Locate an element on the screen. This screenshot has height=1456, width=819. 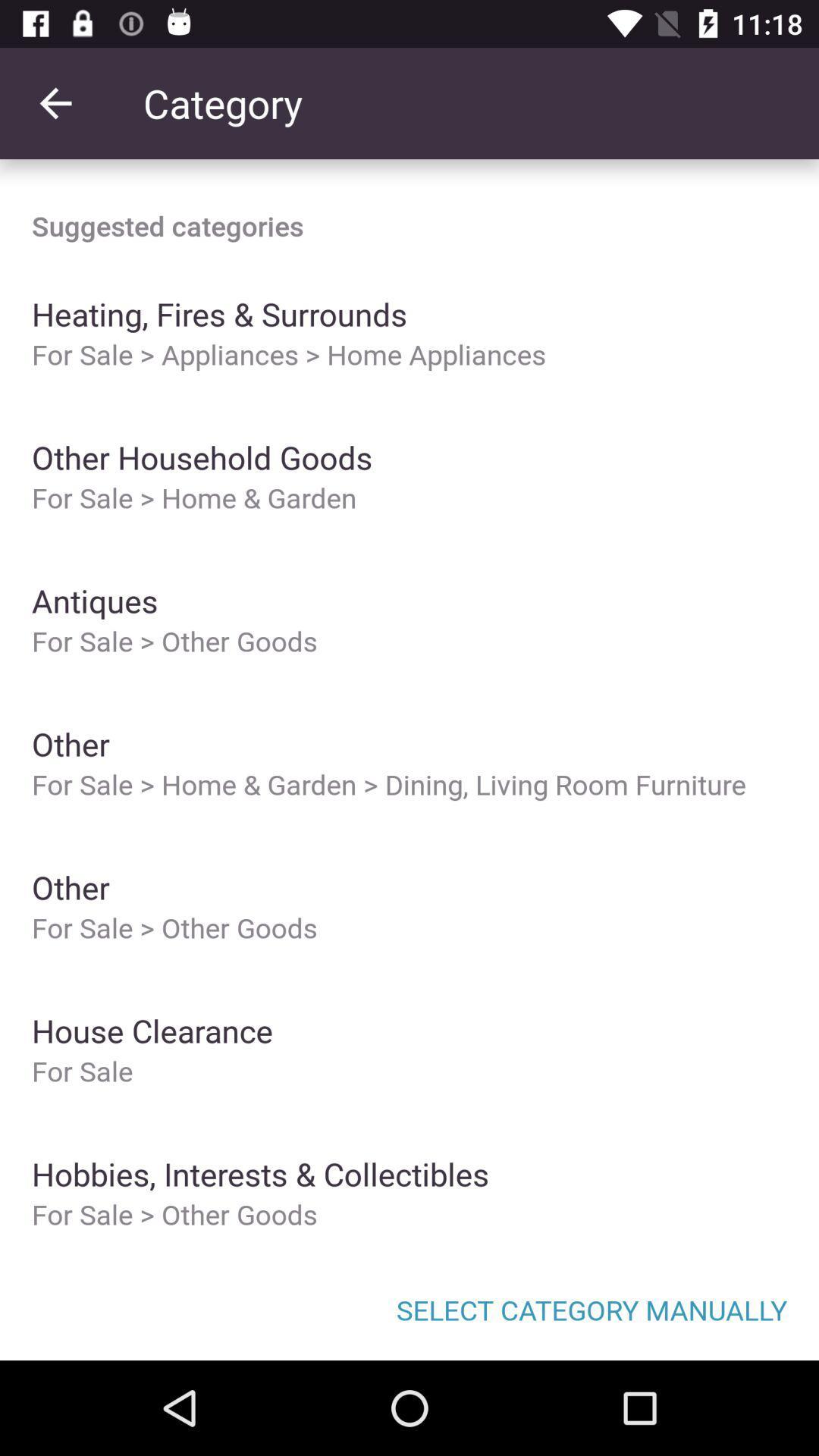
icon to the left of the category is located at coordinates (55, 102).